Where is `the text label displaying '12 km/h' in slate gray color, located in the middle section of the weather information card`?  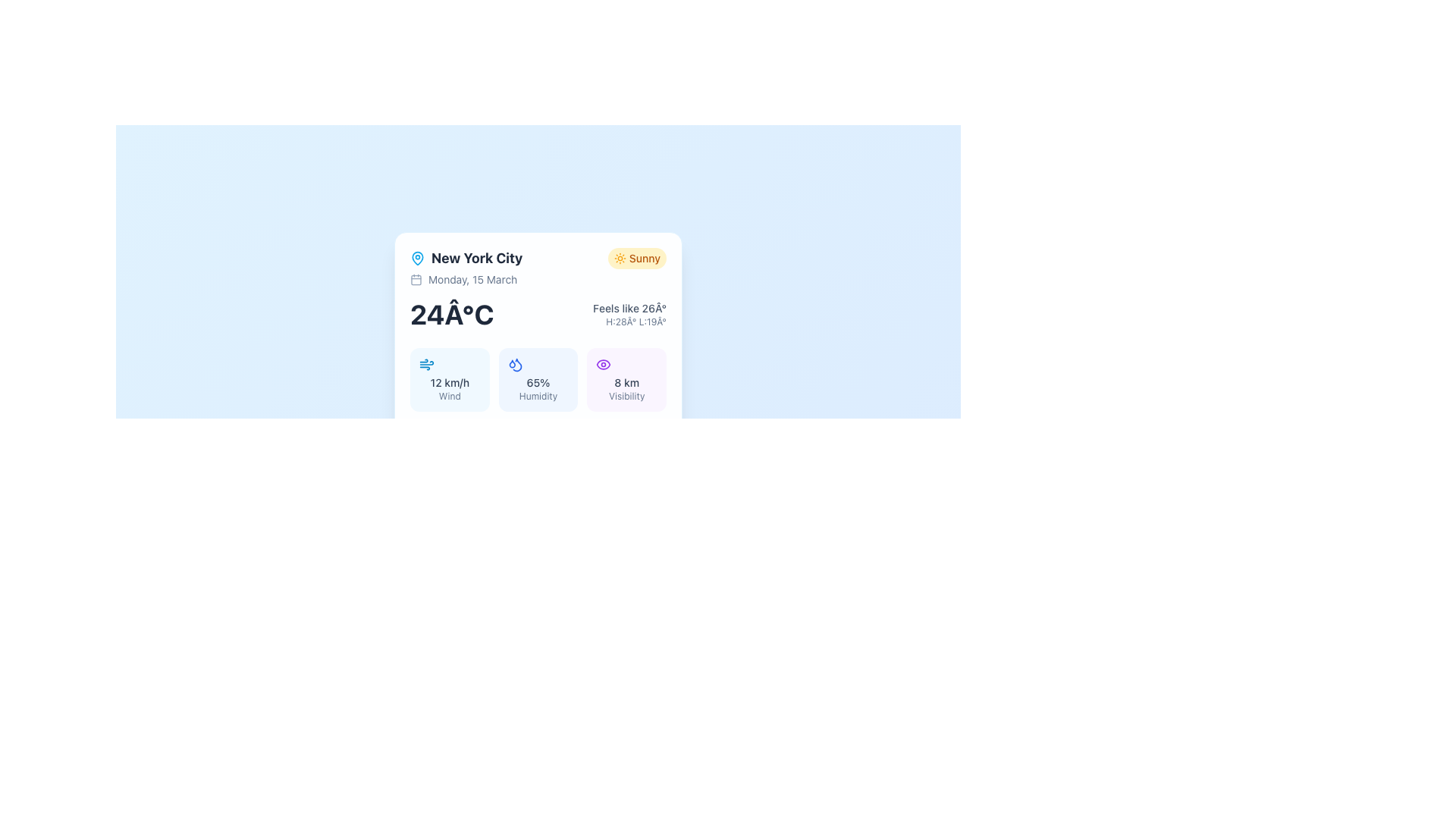 the text label displaying '12 km/h' in slate gray color, located in the middle section of the weather information card is located at coordinates (449, 382).